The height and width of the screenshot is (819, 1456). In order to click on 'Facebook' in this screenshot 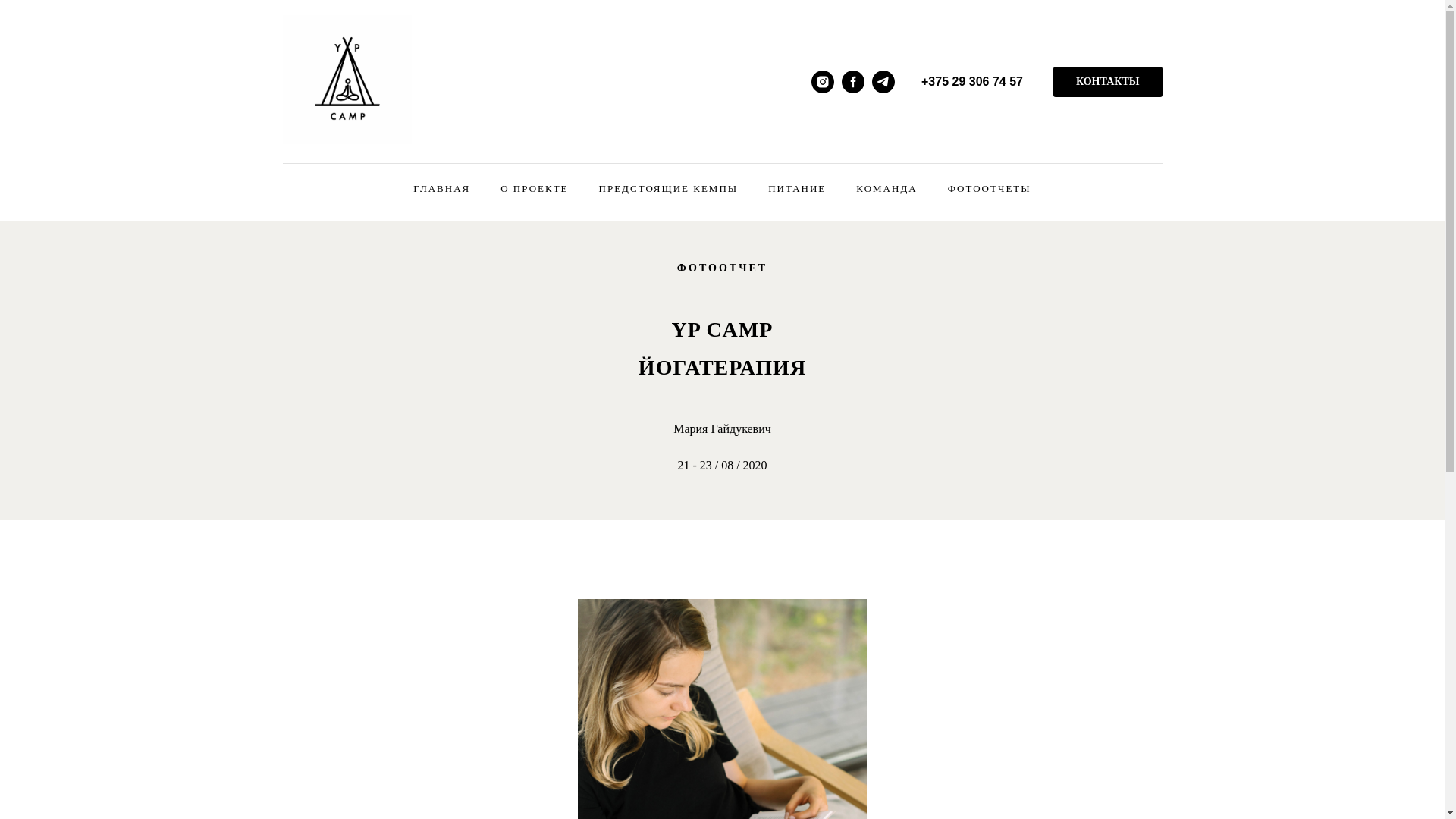, I will do `click(852, 82)`.